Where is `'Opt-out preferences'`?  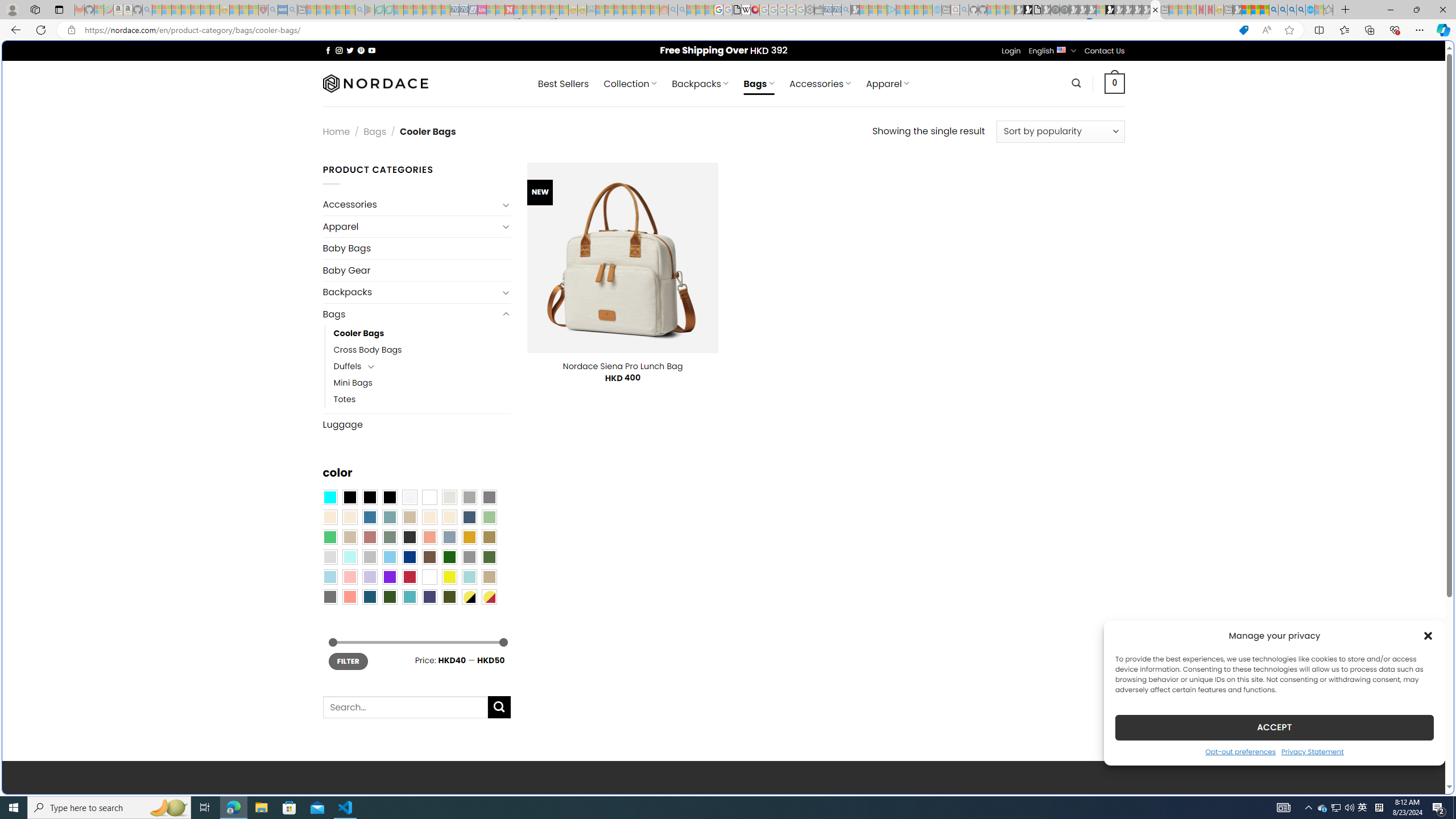 'Opt-out preferences' is located at coordinates (1240, 751).